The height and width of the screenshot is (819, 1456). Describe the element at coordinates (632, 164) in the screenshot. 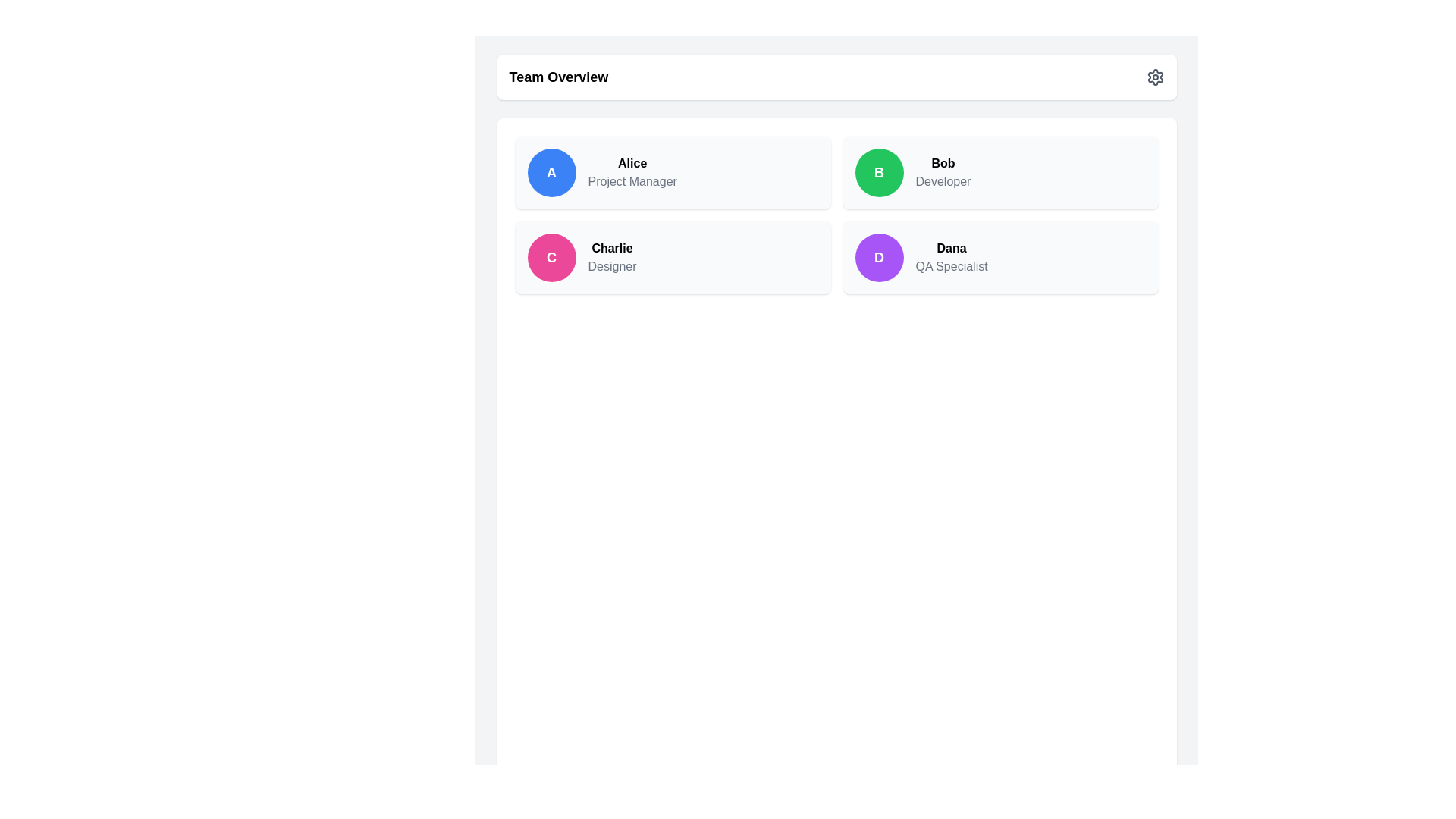

I see `the text label identifying the team member named 'Alice', who is a 'Project Manager', located in the top-left user card` at that location.